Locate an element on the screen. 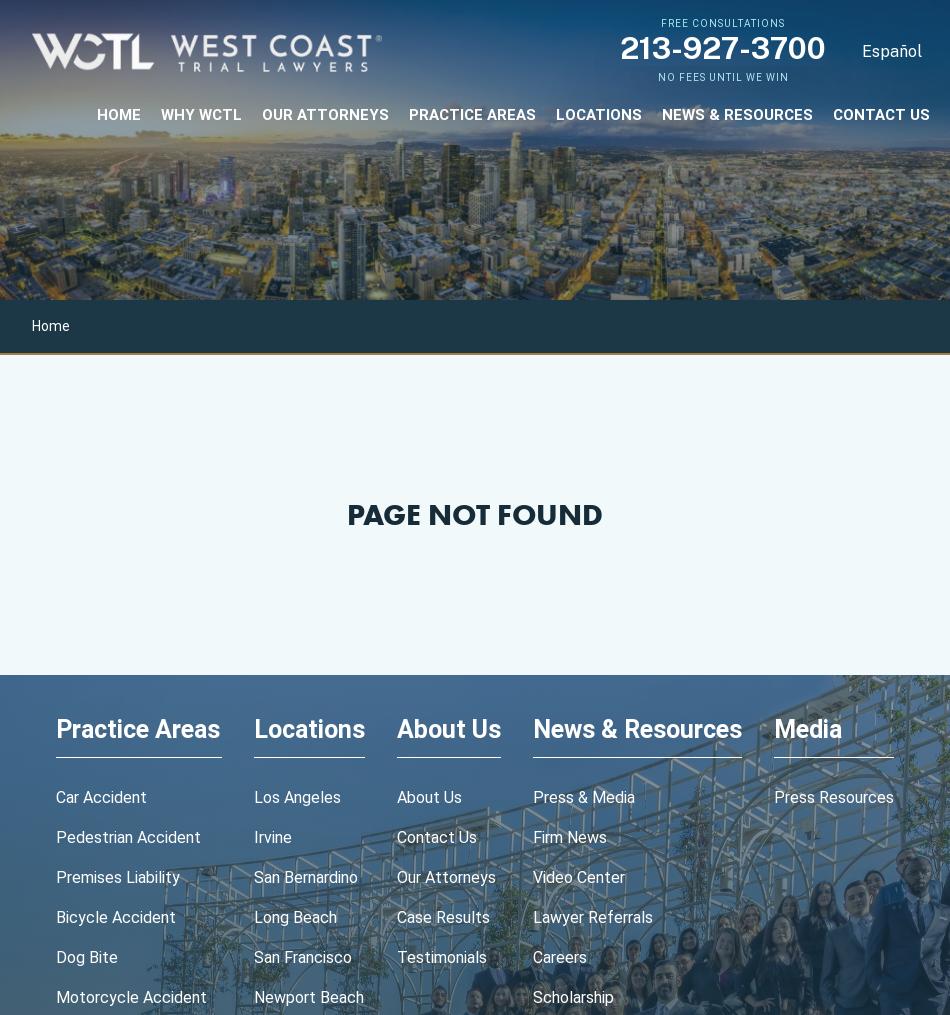  'our attorneys' is located at coordinates (324, 113).